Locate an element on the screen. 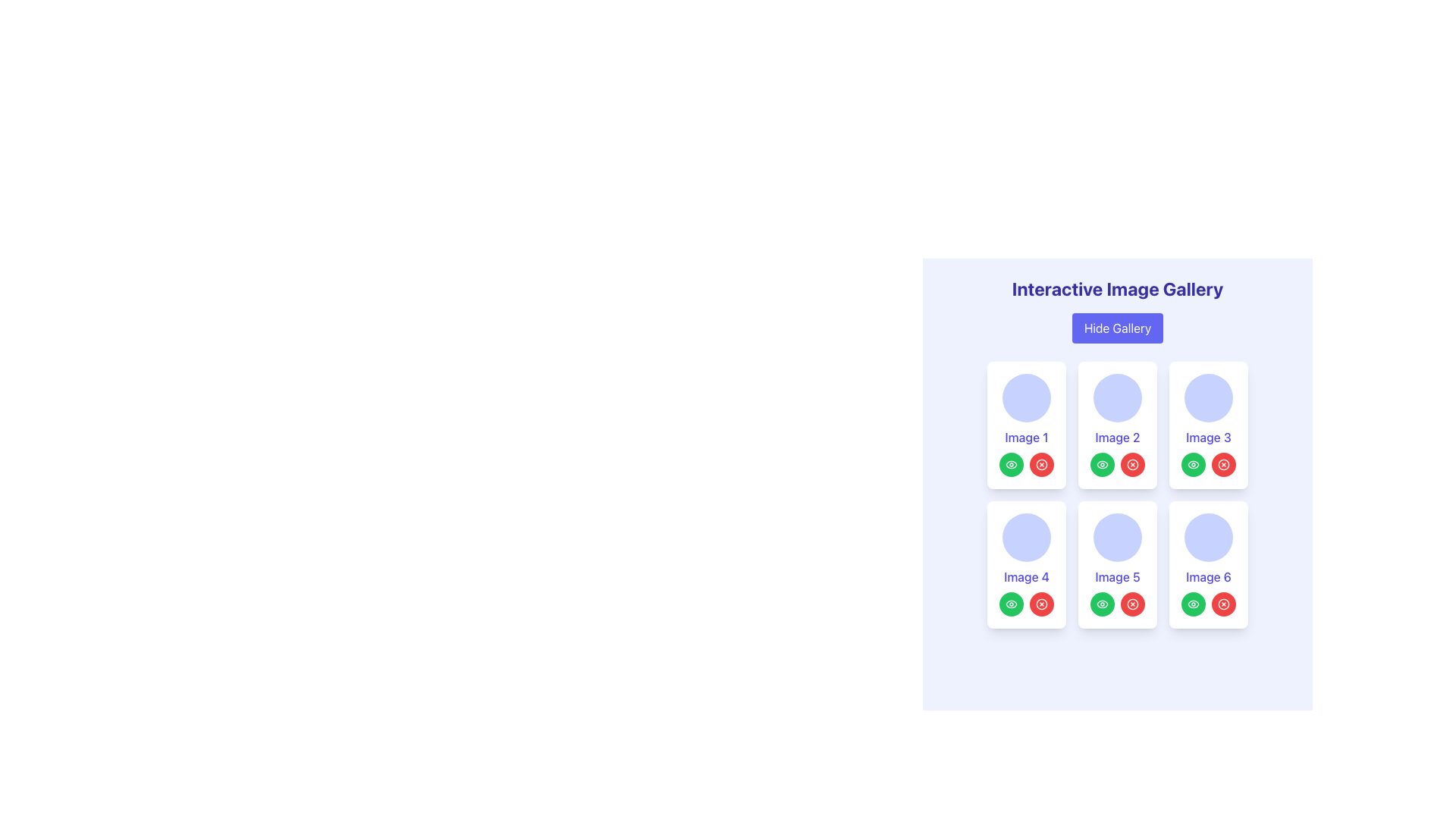 The height and width of the screenshot is (819, 1456). the interactive SVG Circle icon for deleting or canceling an action related to the fourth image card labeled 'Image 4' in the gallery interface is located at coordinates (1040, 604).